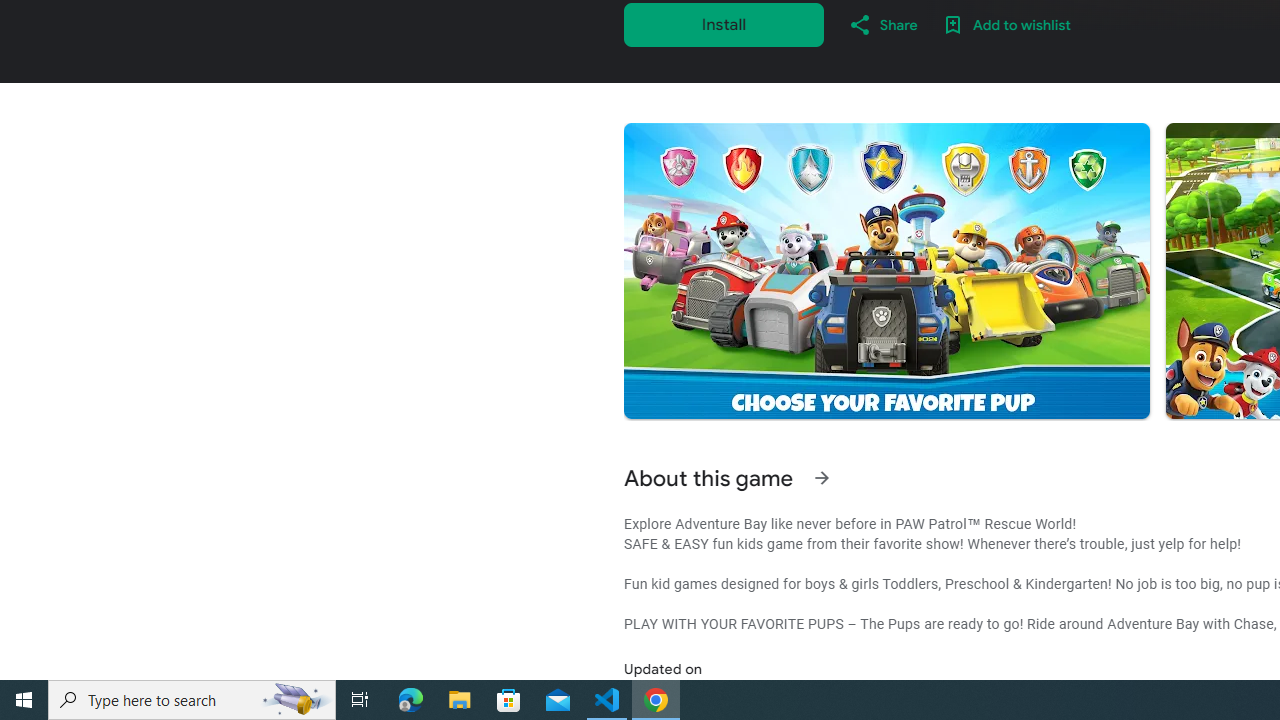 This screenshot has height=720, width=1280. What do you see at coordinates (1006, 24) in the screenshot?
I see `'Add to wishlist'` at bounding box center [1006, 24].